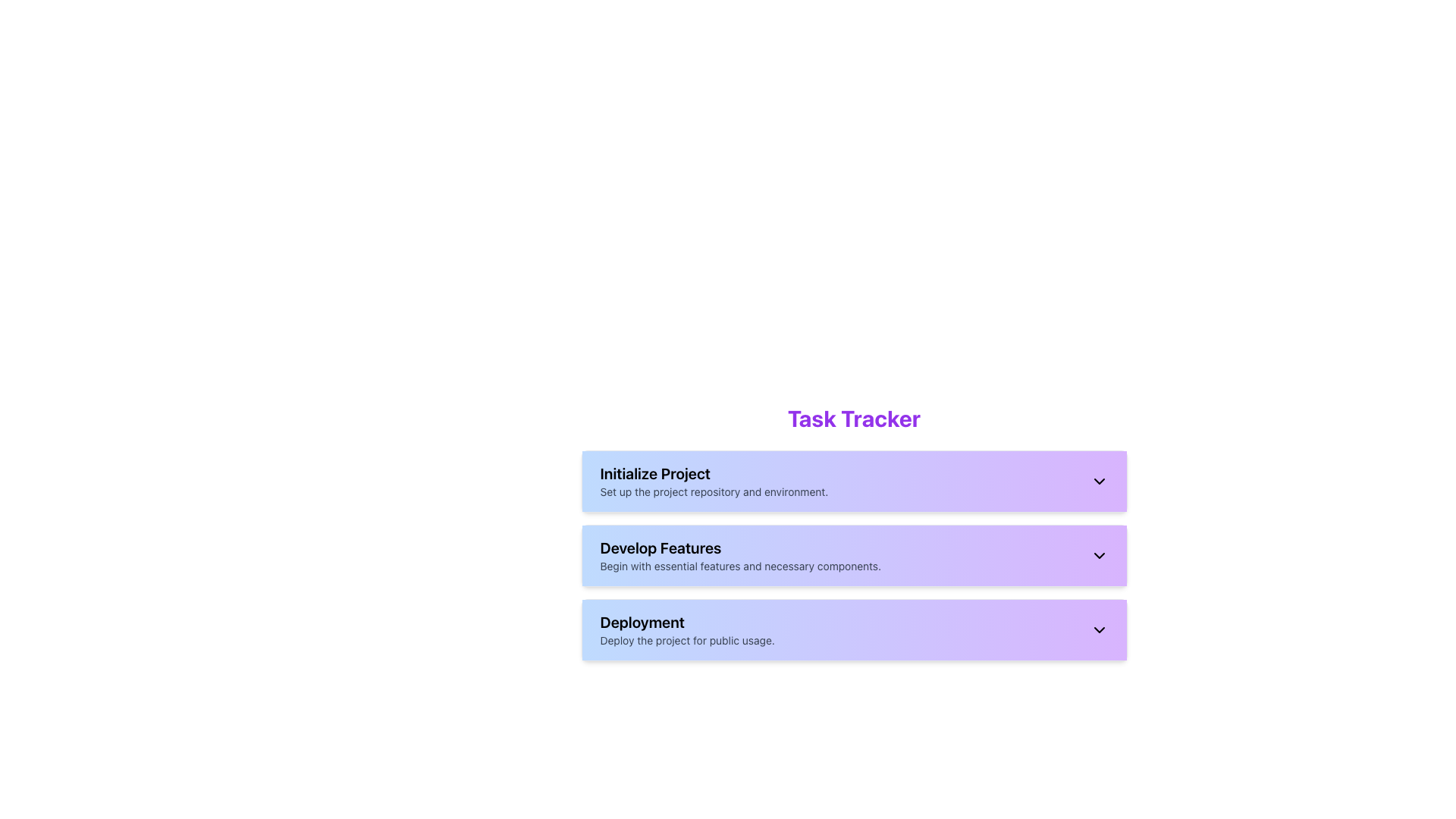 Image resolution: width=1456 pixels, height=819 pixels. What do you see at coordinates (686, 640) in the screenshot?
I see `the text label that reads 'Deploy the project for public usage.' which is styled in a small gray font and located beneath the 'Deployment' heading` at bounding box center [686, 640].